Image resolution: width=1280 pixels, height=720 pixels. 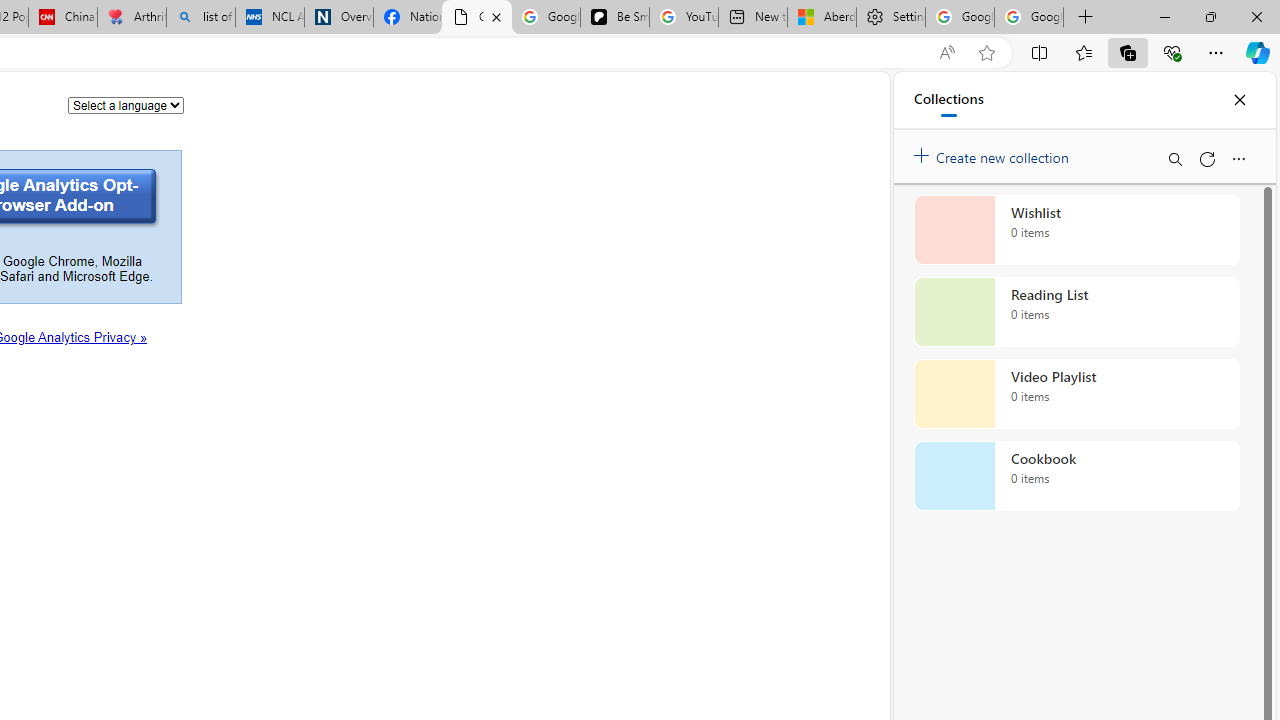 I want to click on 'Create new collection', so click(x=995, y=152).